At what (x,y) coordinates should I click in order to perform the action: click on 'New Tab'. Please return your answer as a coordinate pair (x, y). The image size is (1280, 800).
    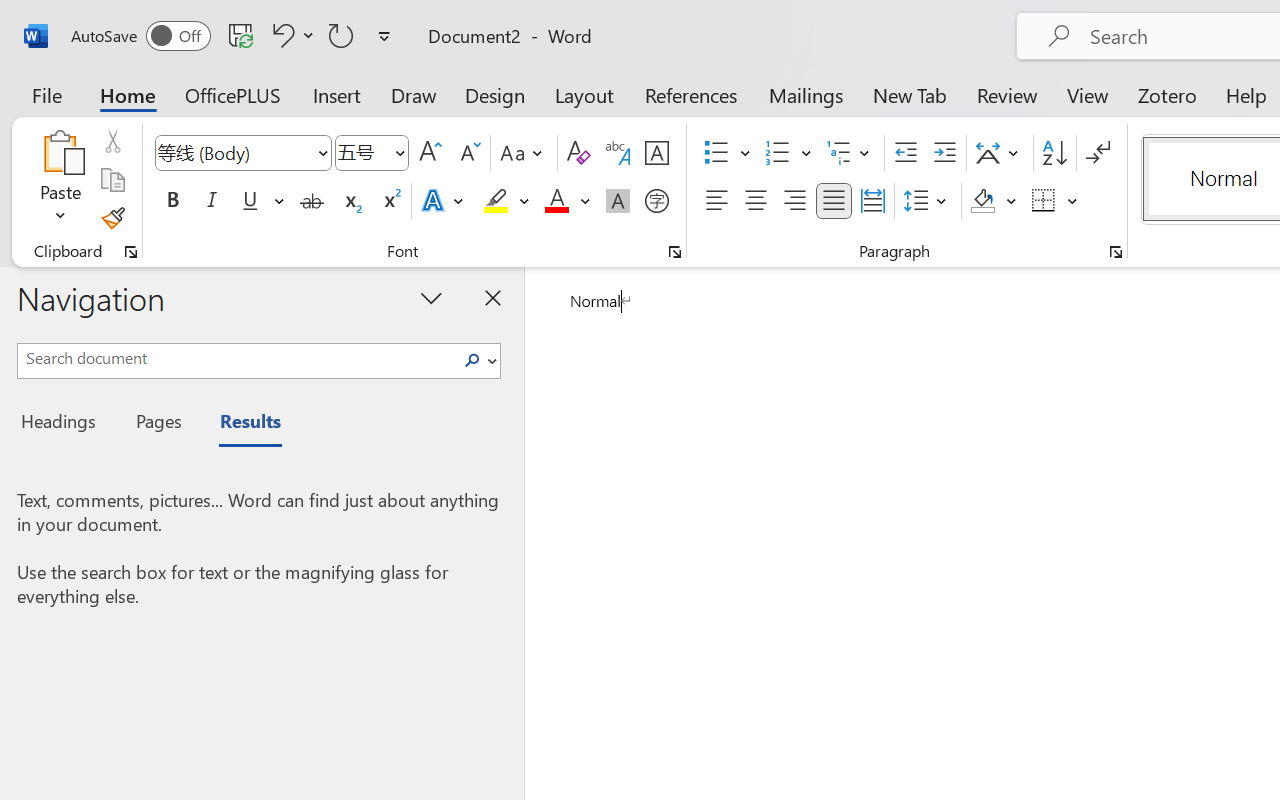
    Looking at the image, I should click on (909, 94).